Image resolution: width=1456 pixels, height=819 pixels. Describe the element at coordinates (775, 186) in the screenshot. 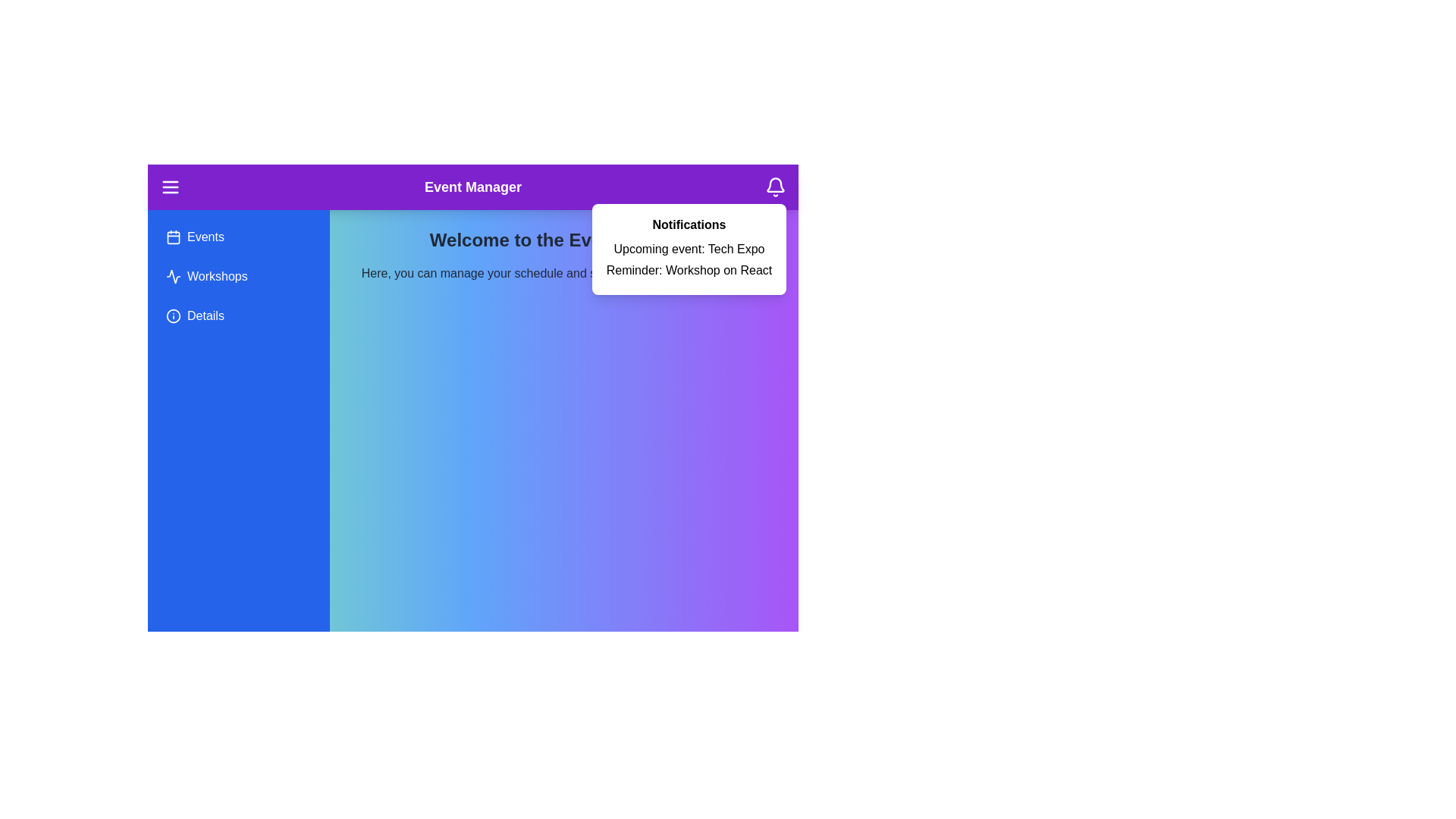

I see `the notification bell icon to toggle the visibility of notifications` at that location.